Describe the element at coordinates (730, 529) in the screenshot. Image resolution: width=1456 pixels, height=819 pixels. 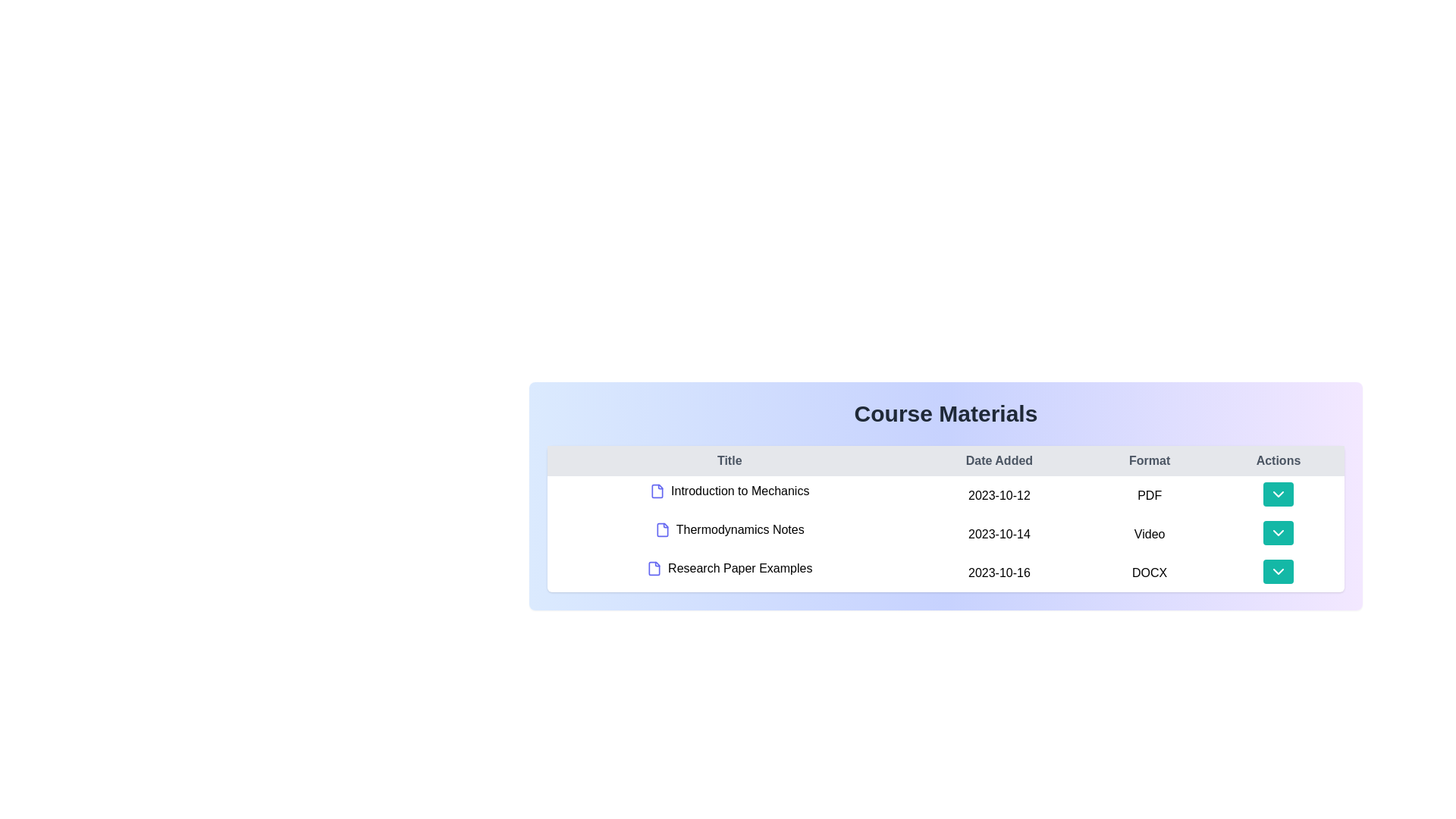
I see `the list item labeled 'Thermodynamics Notes'` at that location.